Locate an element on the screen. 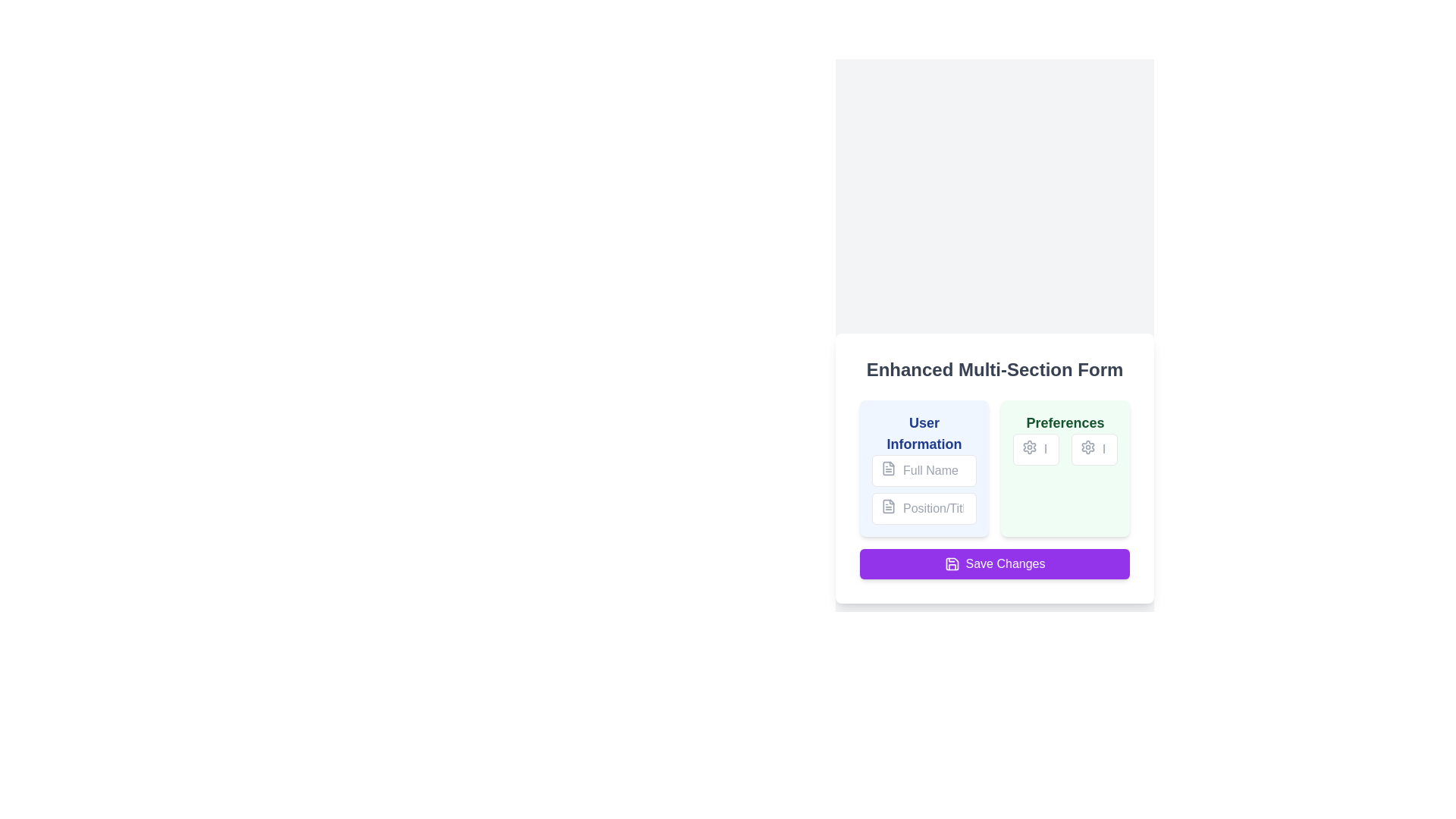 This screenshot has width=1456, height=819. the informational display group that shows the user's full name and position in the 'User Information' section is located at coordinates (924, 489).